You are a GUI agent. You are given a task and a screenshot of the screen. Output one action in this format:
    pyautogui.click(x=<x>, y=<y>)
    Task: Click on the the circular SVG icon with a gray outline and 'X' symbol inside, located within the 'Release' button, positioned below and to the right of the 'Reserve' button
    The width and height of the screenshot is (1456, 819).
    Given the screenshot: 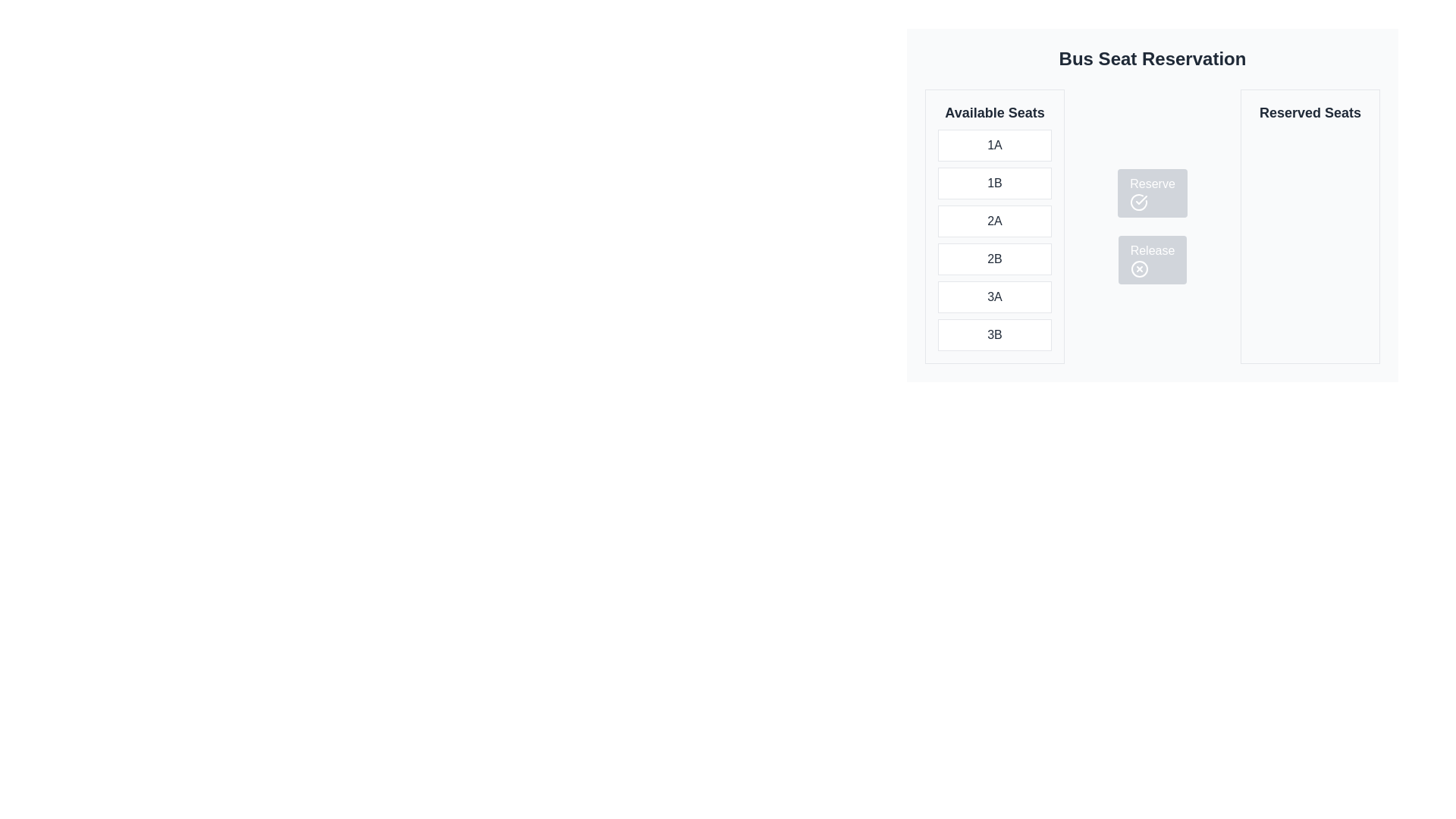 What is the action you would take?
    pyautogui.click(x=1139, y=268)
    